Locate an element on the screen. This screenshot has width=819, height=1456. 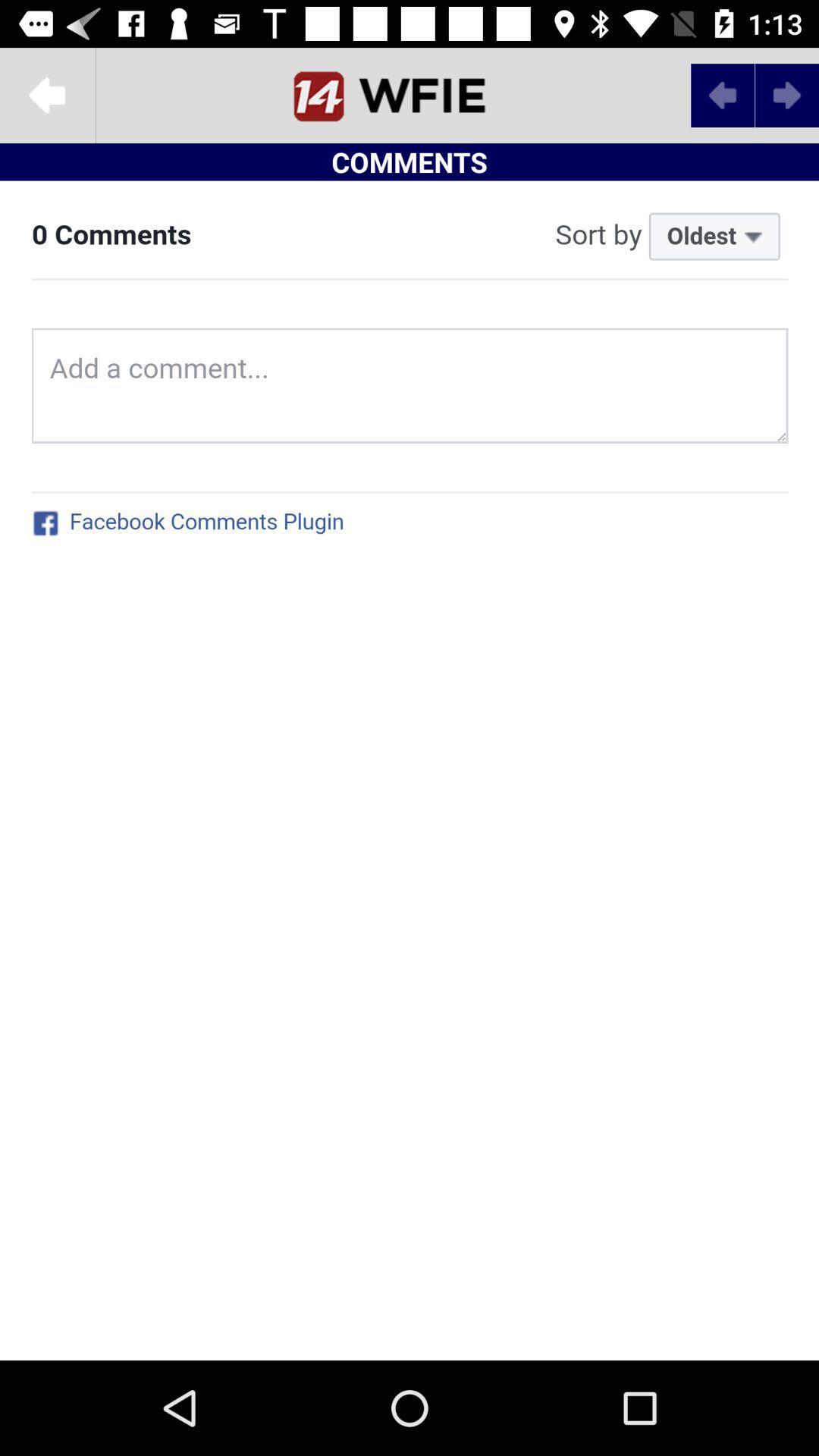
comment is located at coordinates (409, 770).